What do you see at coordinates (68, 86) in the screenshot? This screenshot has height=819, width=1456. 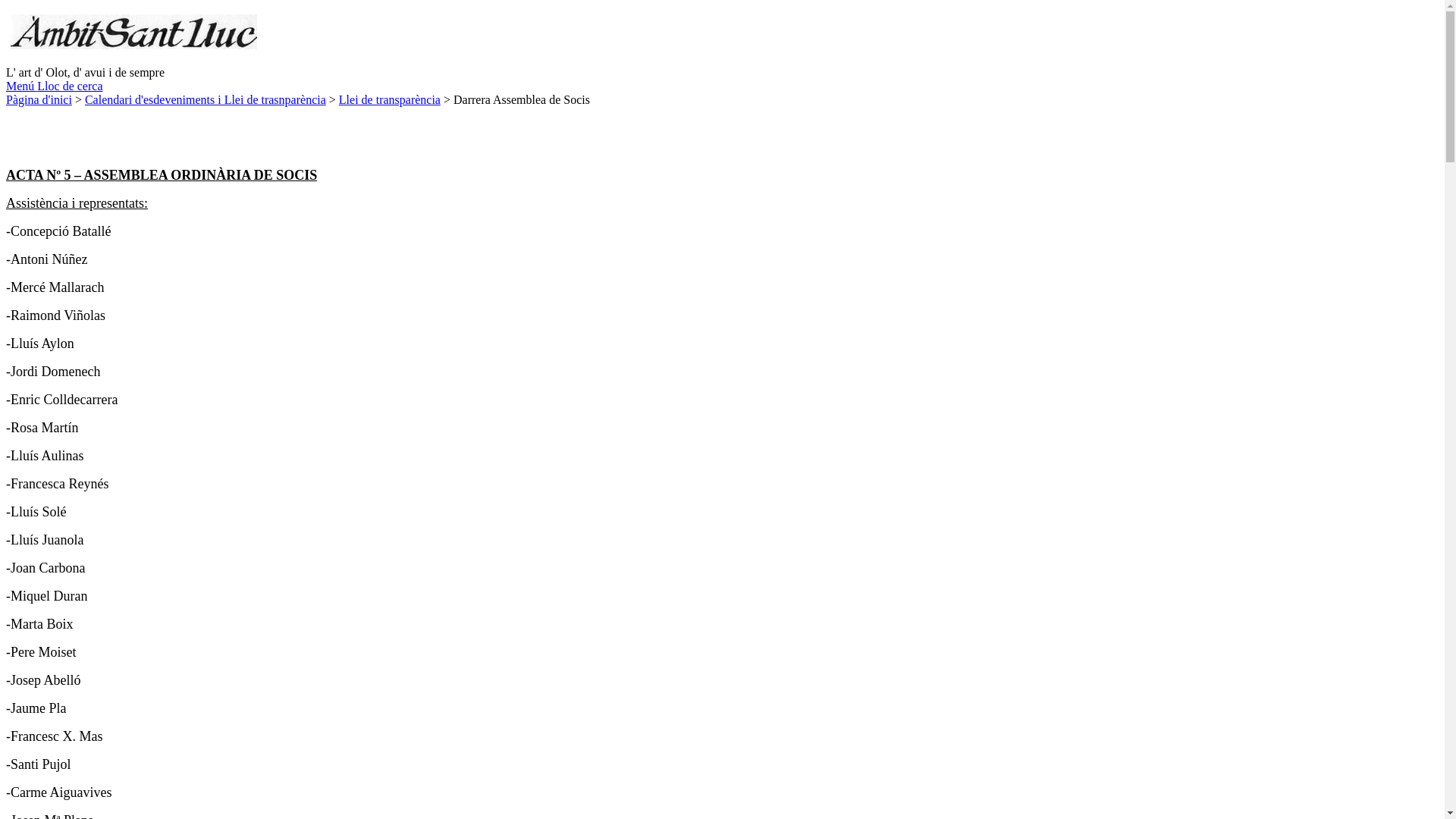 I see `'Lloc de cerca'` at bounding box center [68, 86].